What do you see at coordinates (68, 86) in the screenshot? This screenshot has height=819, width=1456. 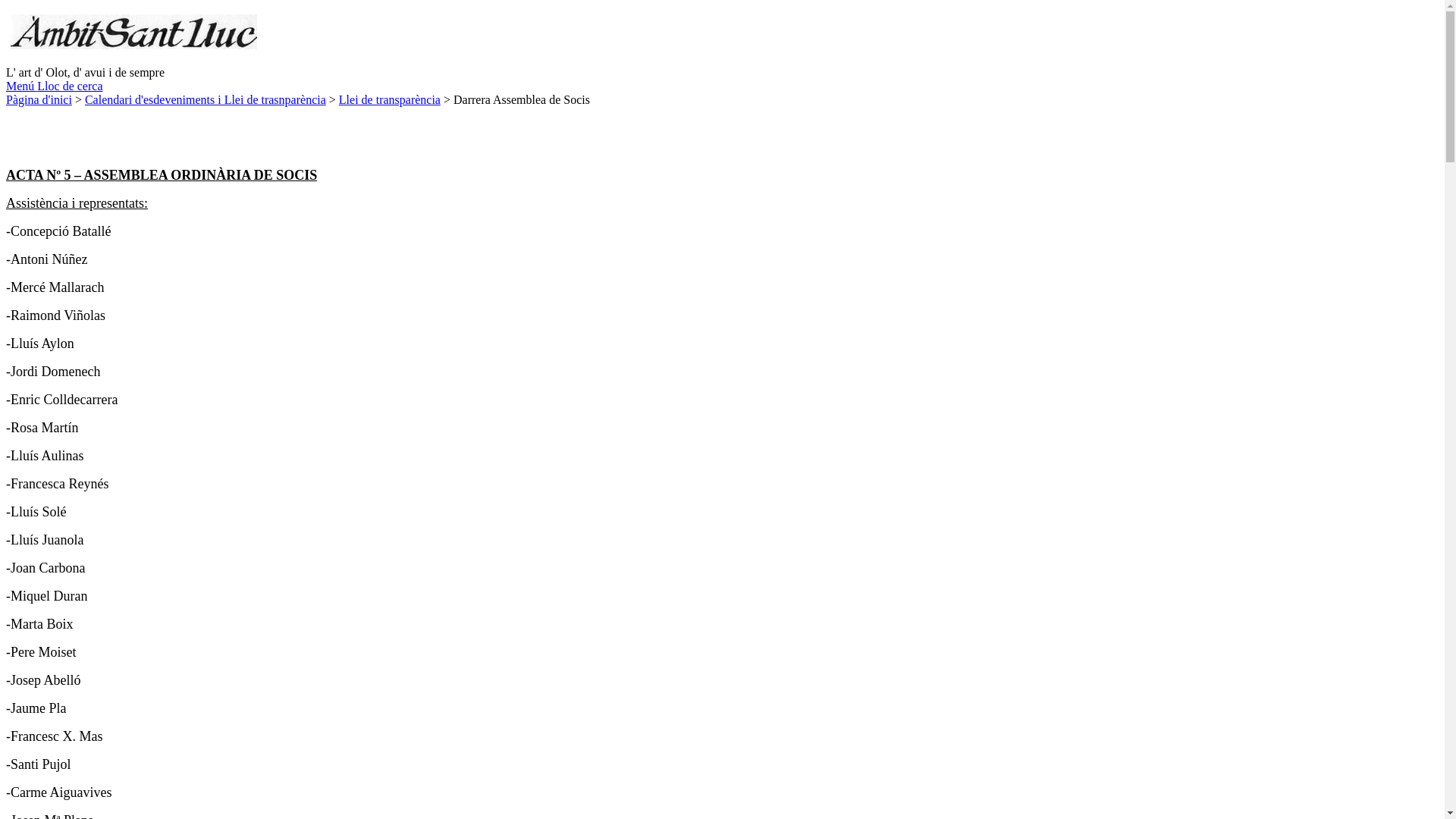 I see `'Lloc de cerca'` at bounding box center [68, 86].